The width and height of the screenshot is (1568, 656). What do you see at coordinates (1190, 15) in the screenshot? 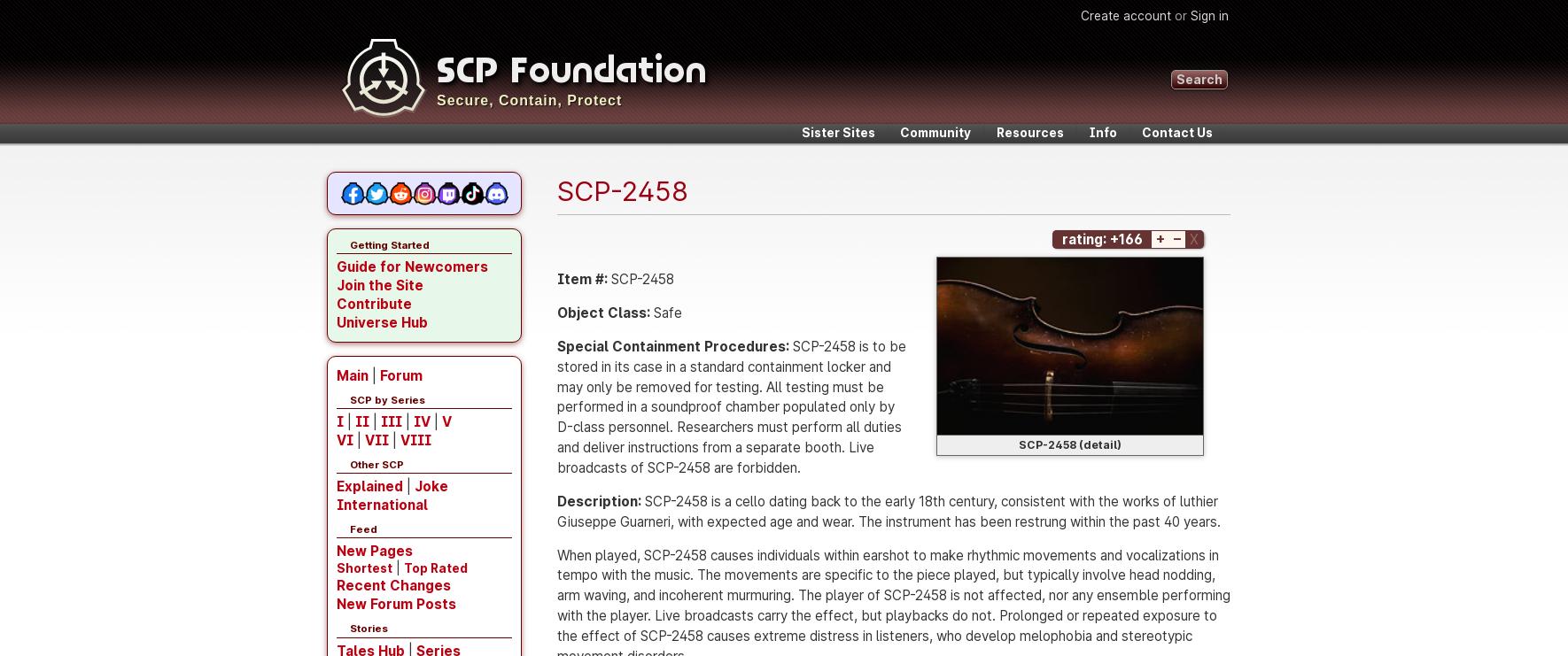
I see `'Sign in'` at bounding box center [1190, 15].